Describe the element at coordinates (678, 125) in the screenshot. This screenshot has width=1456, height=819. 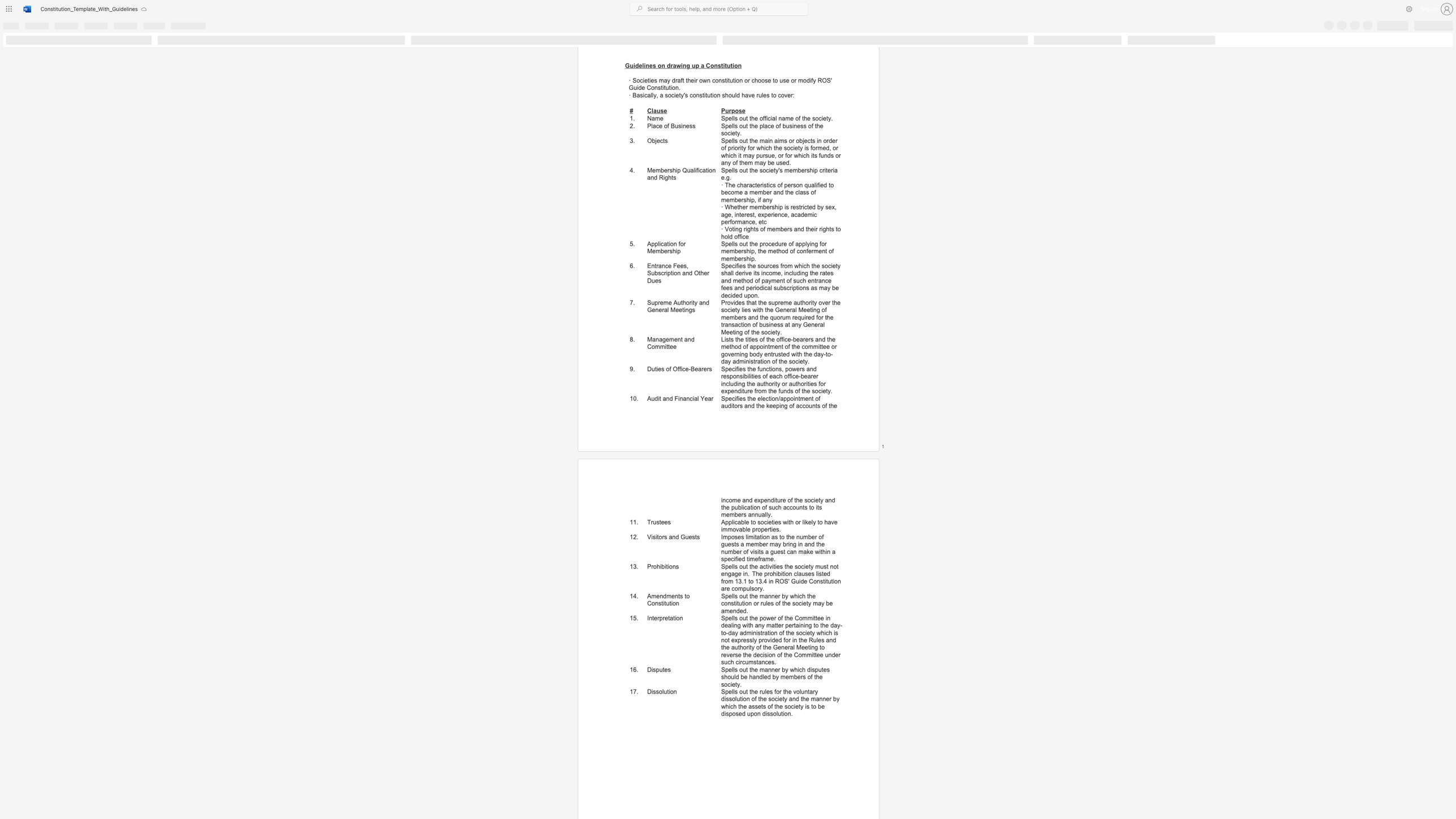
I see `the subset text "si" within the text "Place of Business"` at that location.